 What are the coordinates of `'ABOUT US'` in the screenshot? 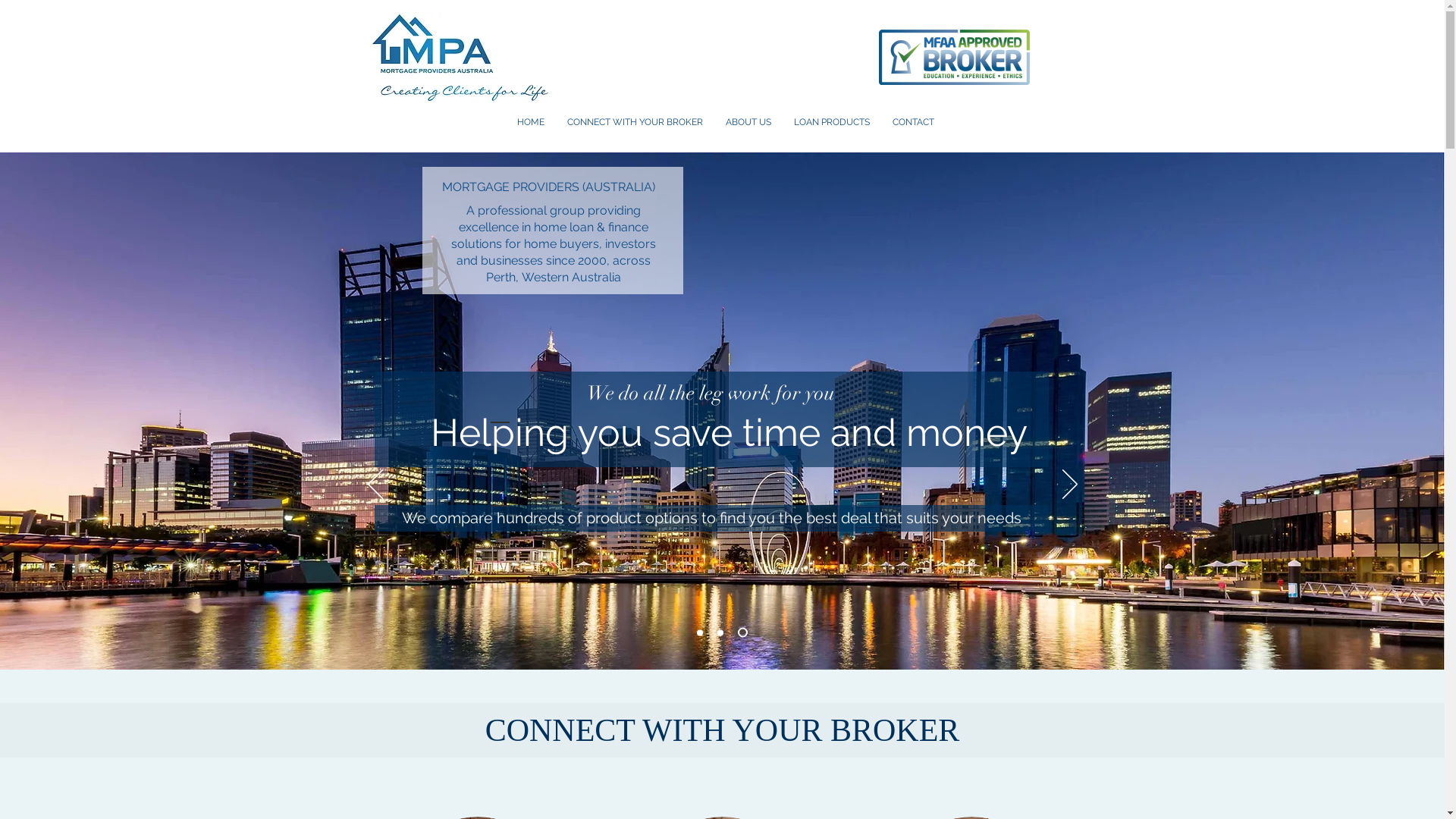 It's located at (748, 121).